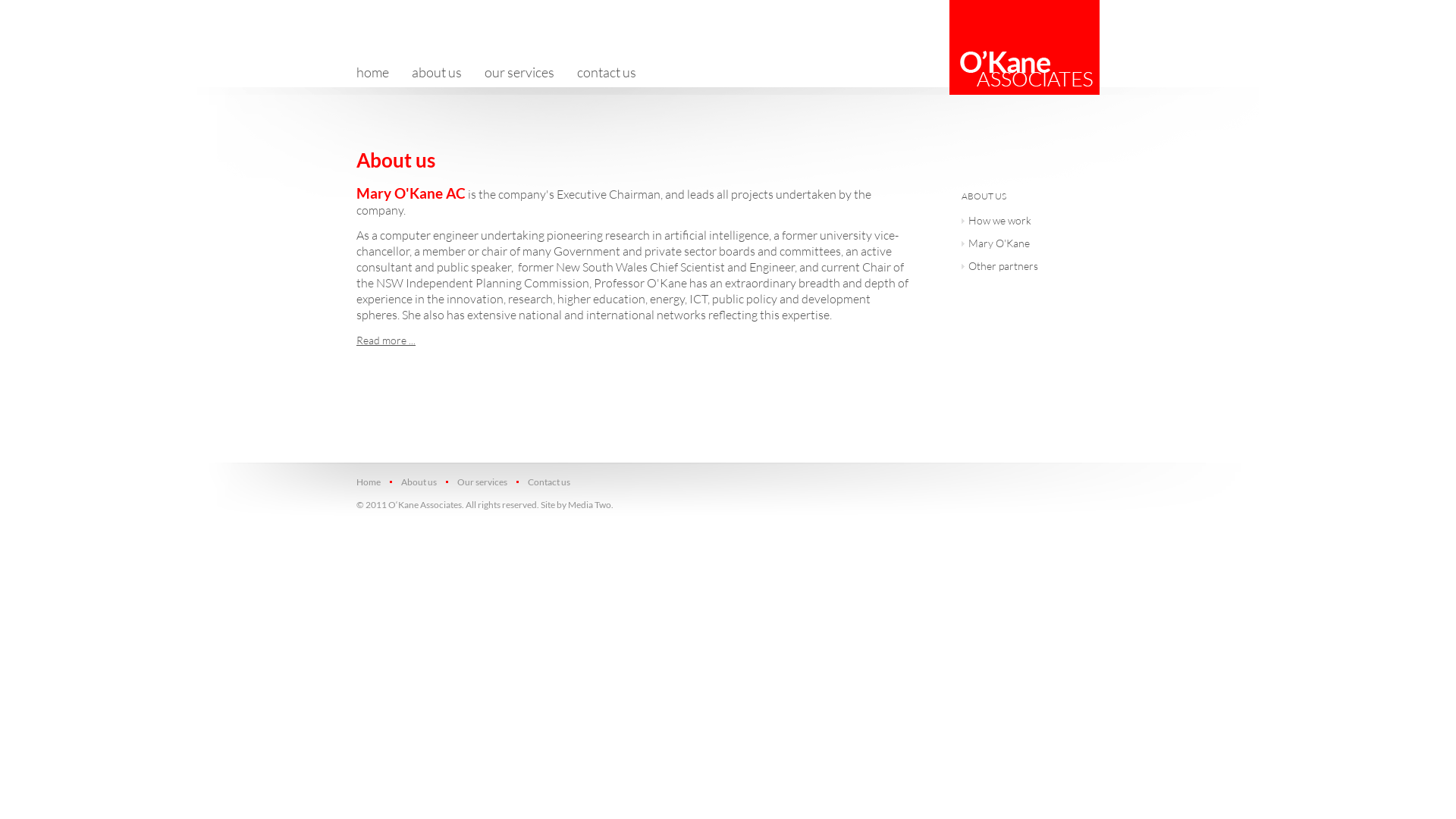  I want to click on 'Contact us', so click(547, 482).